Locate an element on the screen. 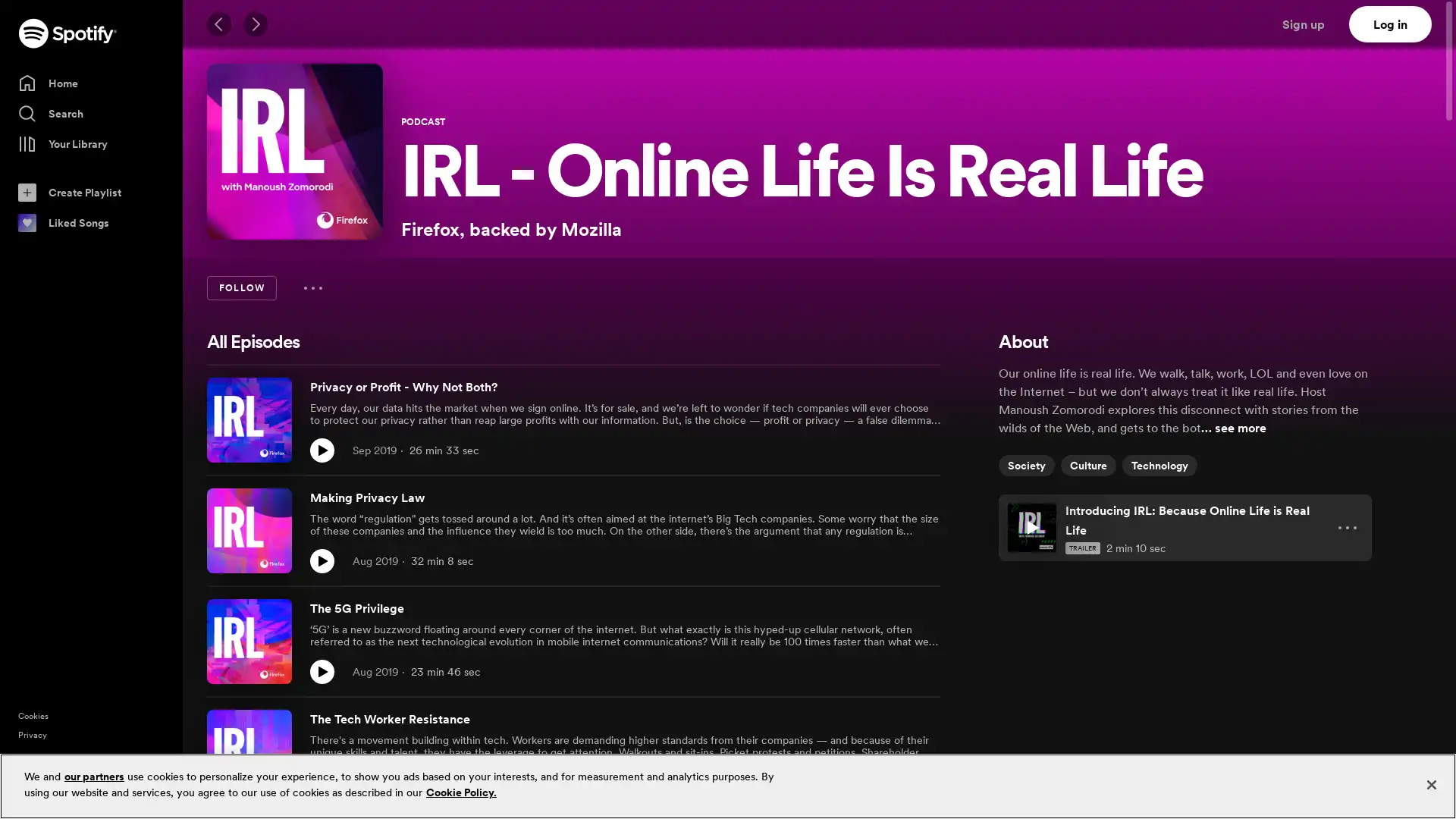 This screenshot has width=1456, height=819. Share is located at coordinates (895, 561).